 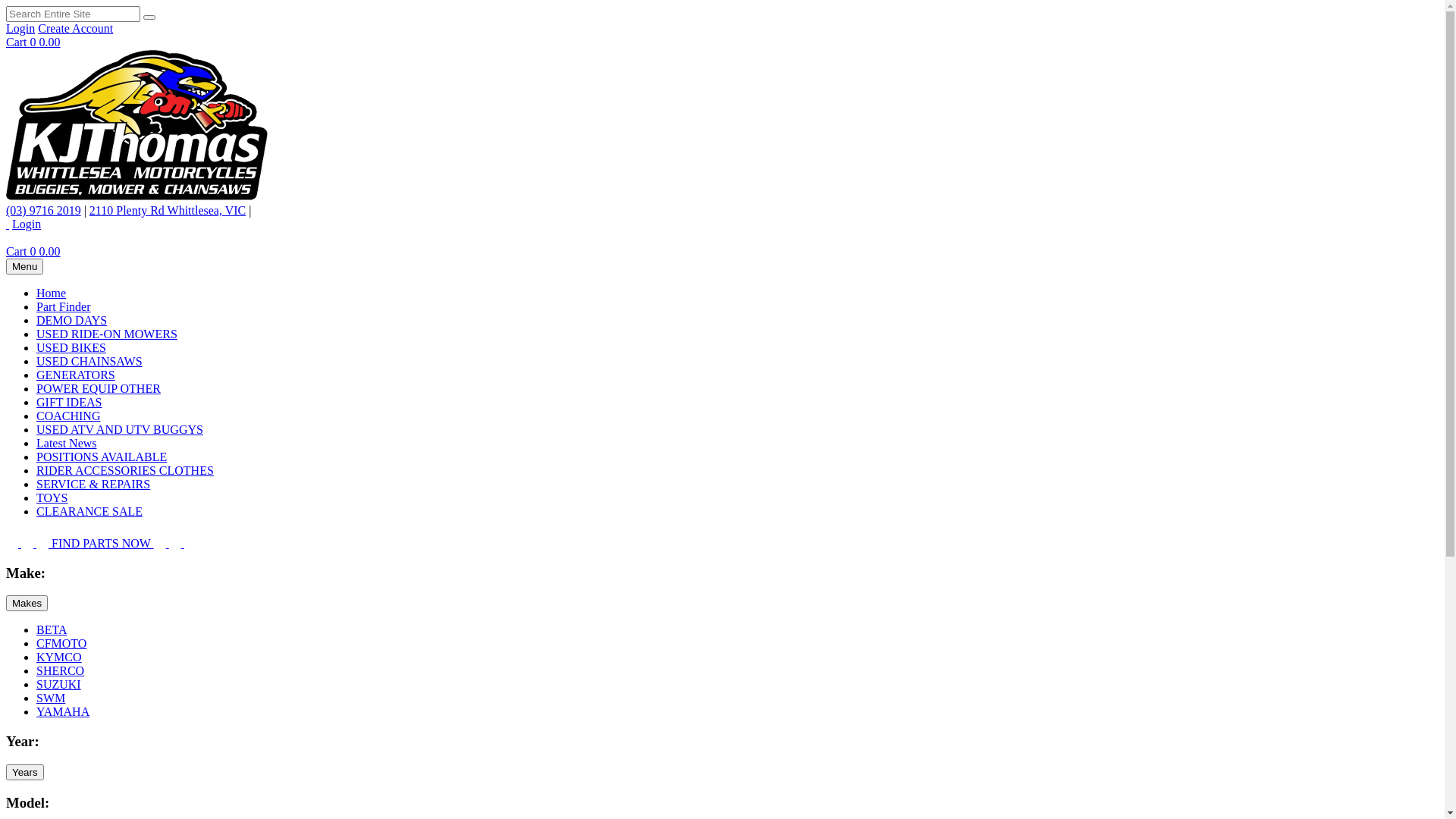 What do you see at coordinates (65, 443) in the screenshot?
I see `'Latest News'` at bounding box center [65, 443].